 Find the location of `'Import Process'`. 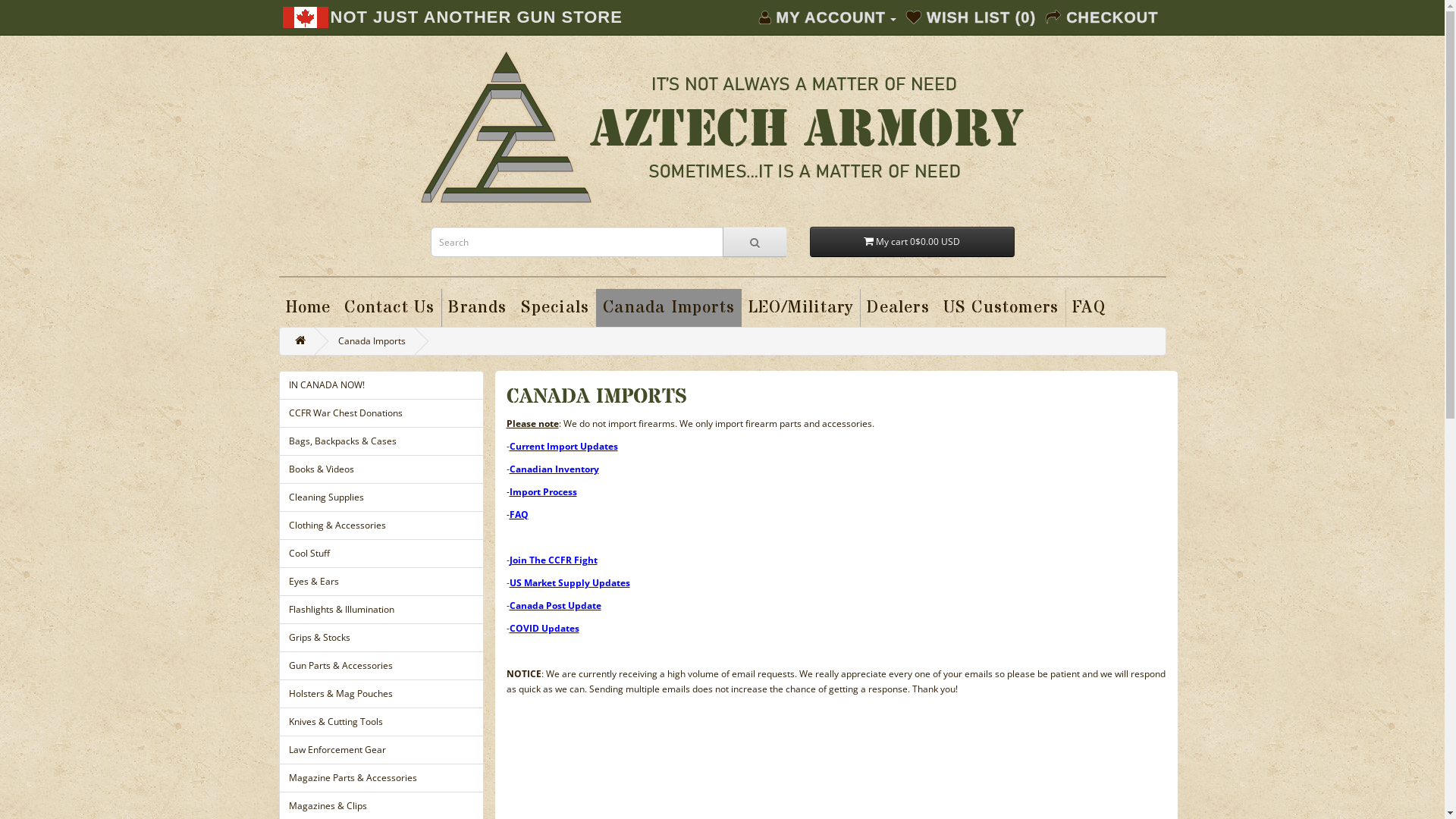

'Import Process' is located at coordinates (543, 491).